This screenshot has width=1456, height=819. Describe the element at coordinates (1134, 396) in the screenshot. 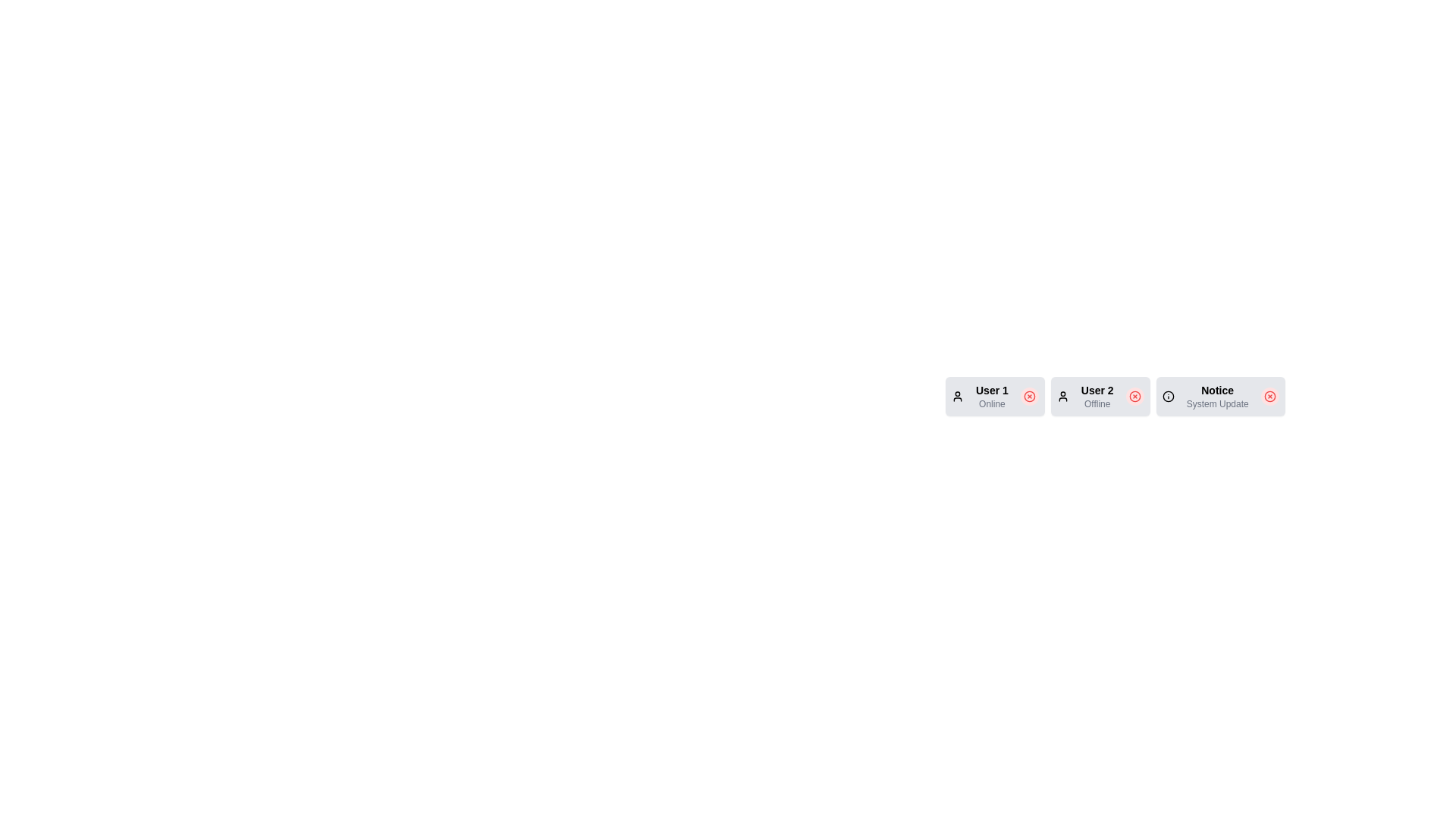

I see `delete button for the chip labeled User 2` at that location.